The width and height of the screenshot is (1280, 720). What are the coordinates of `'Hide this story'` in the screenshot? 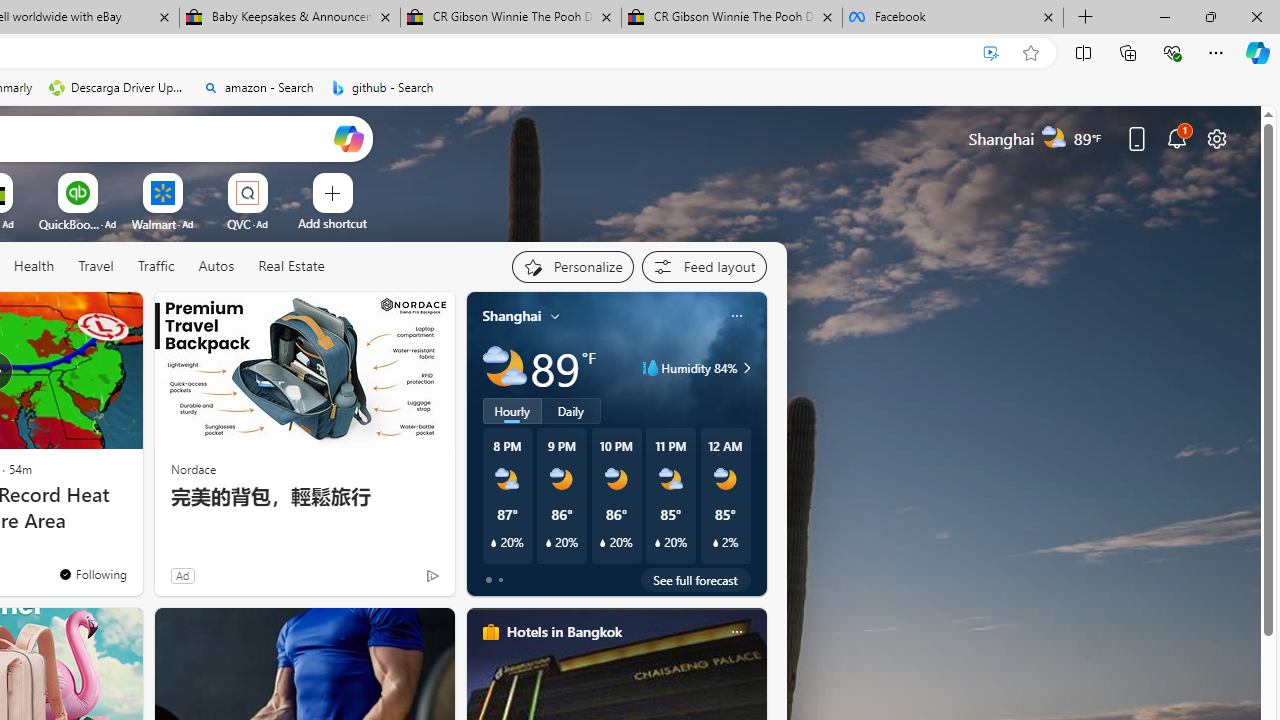 It's located at (81, 315).